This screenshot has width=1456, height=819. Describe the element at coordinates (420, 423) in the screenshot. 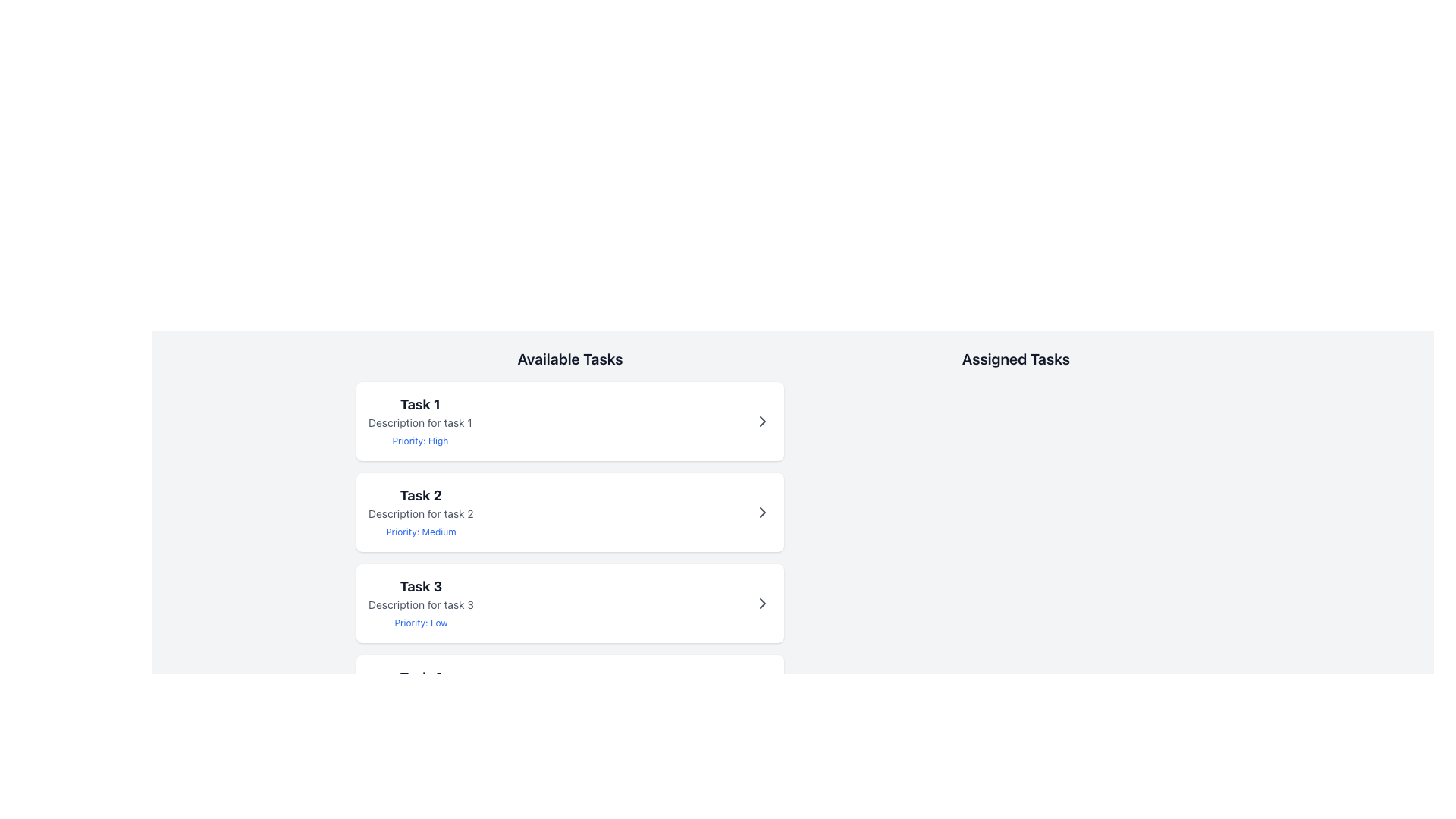

I see `the text element displaying 'Description for task 1', which is located below the 'Task 1' title and above the 'Priority: High' text` at that location.